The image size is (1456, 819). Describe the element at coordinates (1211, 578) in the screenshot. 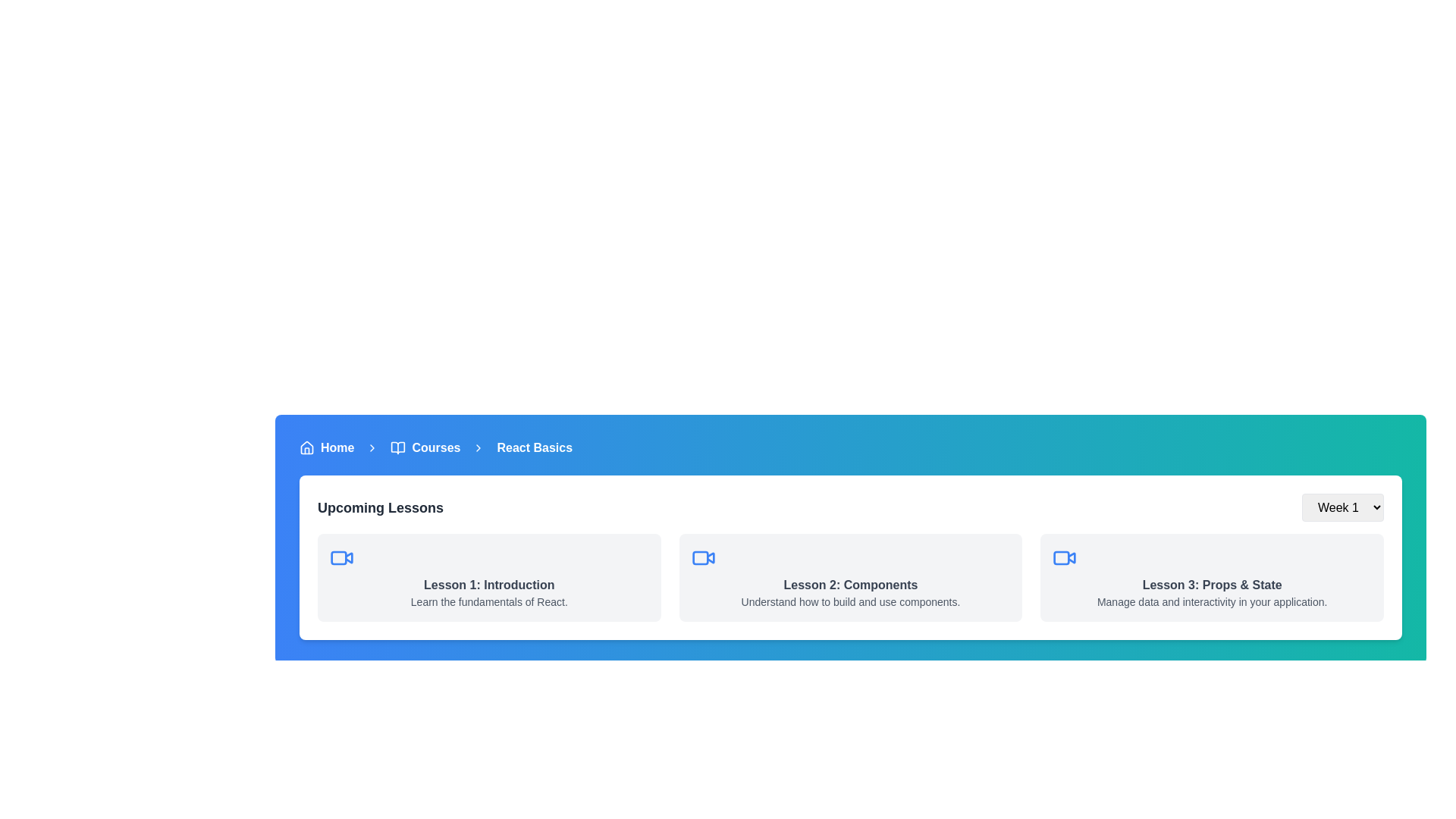

I see `the lesson card displaying 'Lesson 3: Props & State' with a video icon, which is the third card in a grid layout` at that location.